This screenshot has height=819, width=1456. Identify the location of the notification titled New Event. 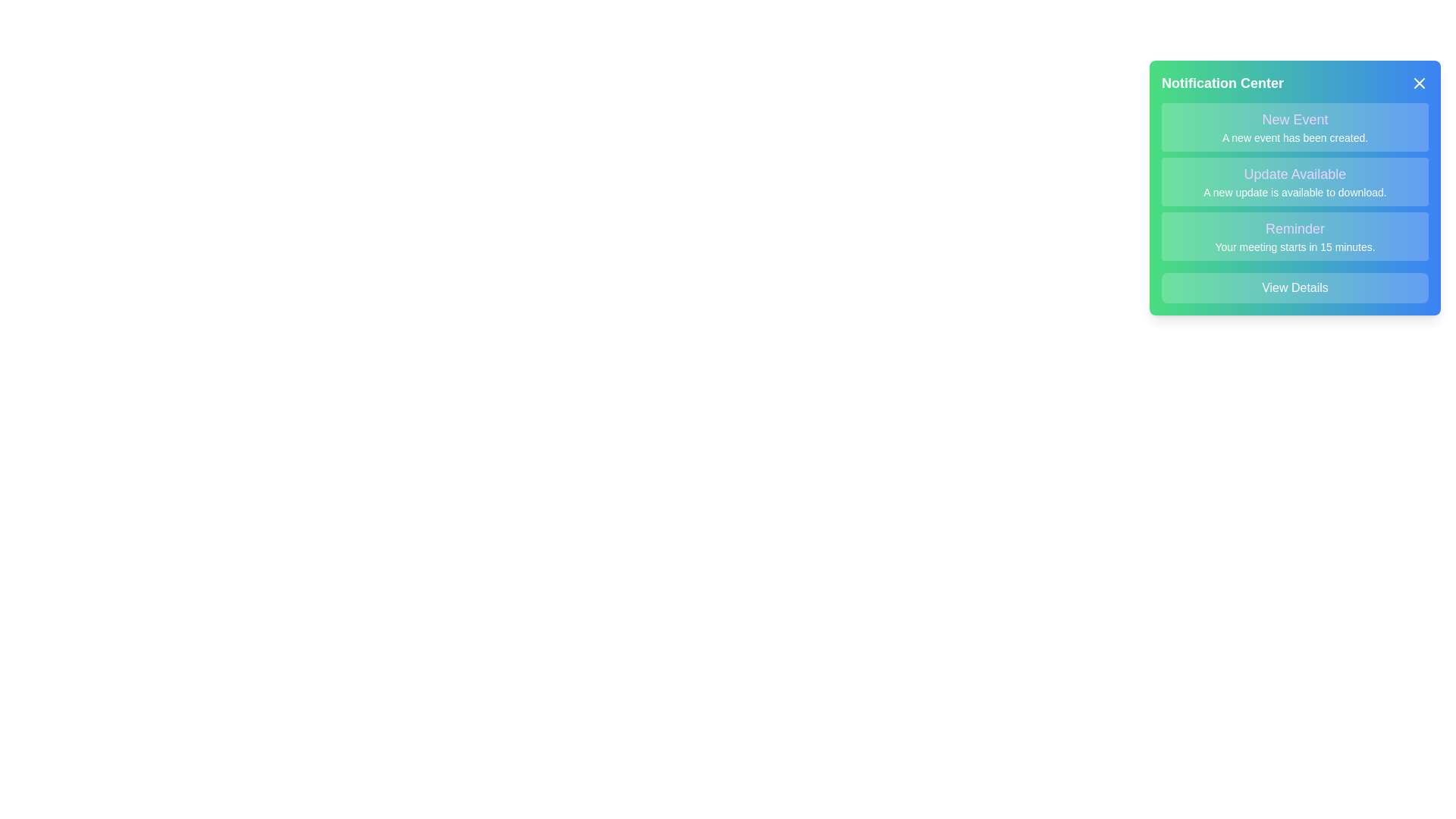
(1294, 127).